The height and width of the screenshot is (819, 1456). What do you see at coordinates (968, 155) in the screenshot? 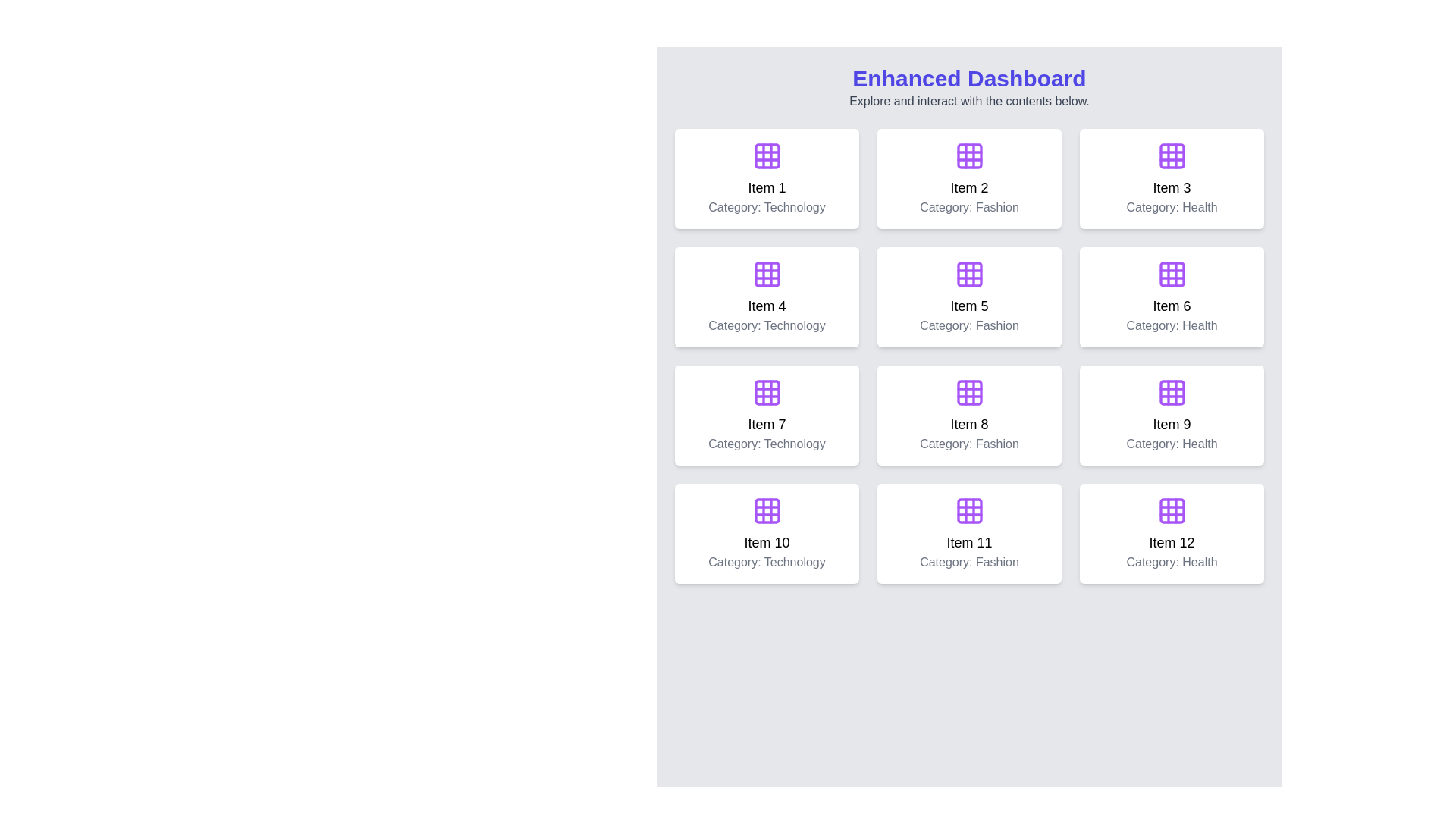
I see `the purple grid icon located at the top center of the 'Item 2' card in the dashboard interface` at bounding box center [968, 155].